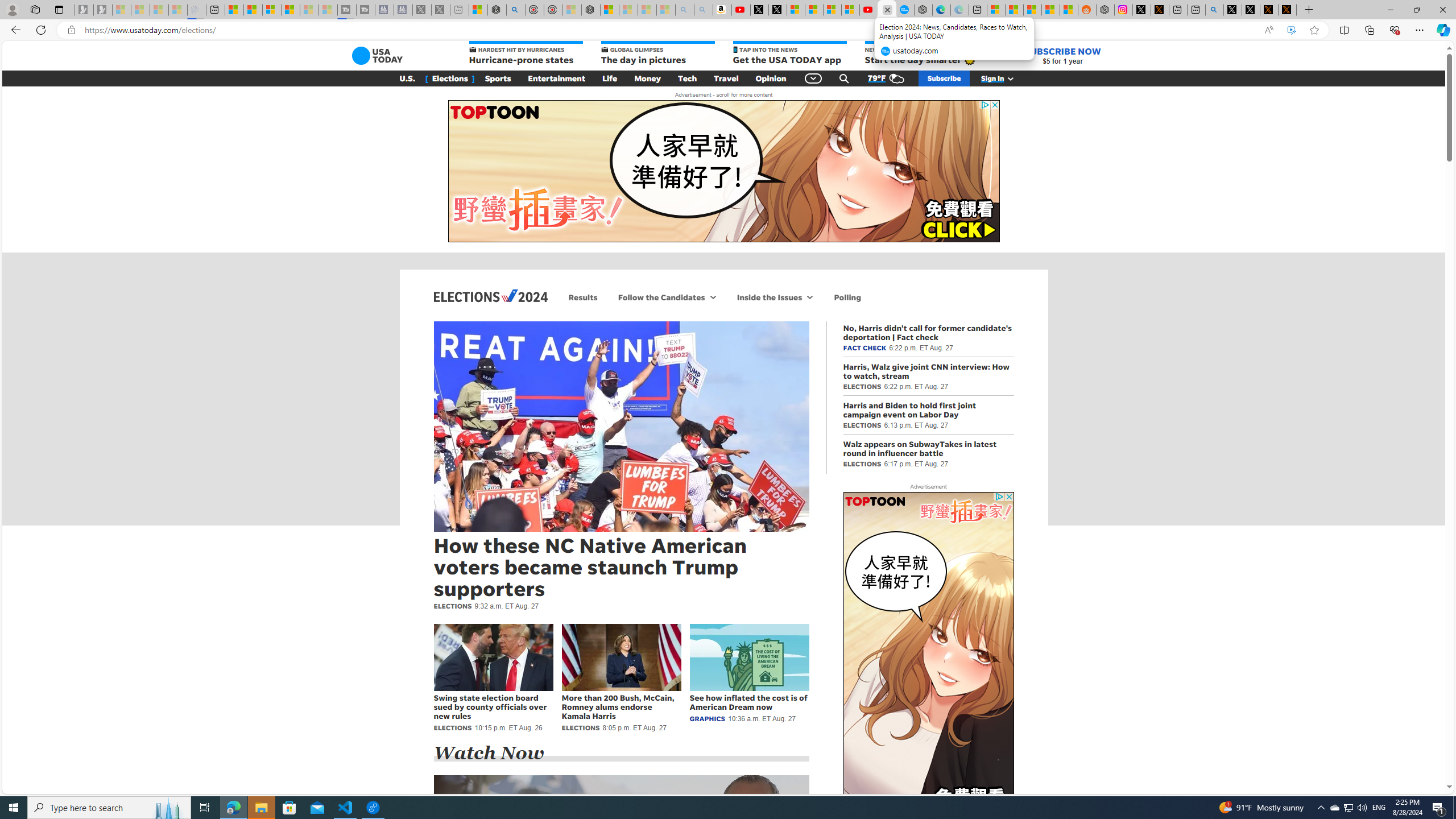 Image resolution: width=1456 pixels, height=819 pixels. What do you see at coordinates (377, 55) in the screenshot?
I see `'USA TODAY'` at bounding box center [377, 55].